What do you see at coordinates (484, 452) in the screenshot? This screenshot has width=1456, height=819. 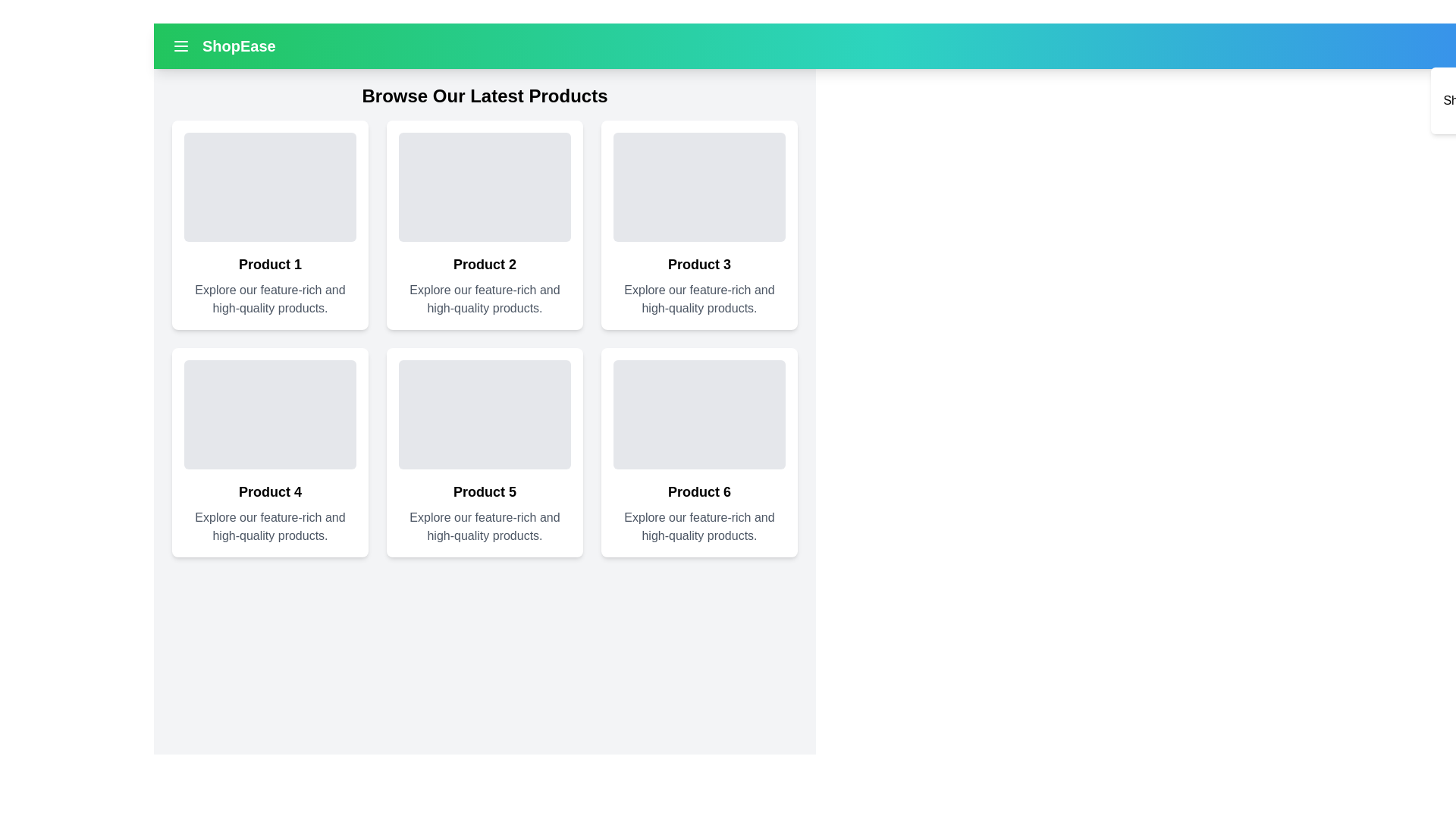 I see `the fifth product display card located` at bounding box center [484, 452].